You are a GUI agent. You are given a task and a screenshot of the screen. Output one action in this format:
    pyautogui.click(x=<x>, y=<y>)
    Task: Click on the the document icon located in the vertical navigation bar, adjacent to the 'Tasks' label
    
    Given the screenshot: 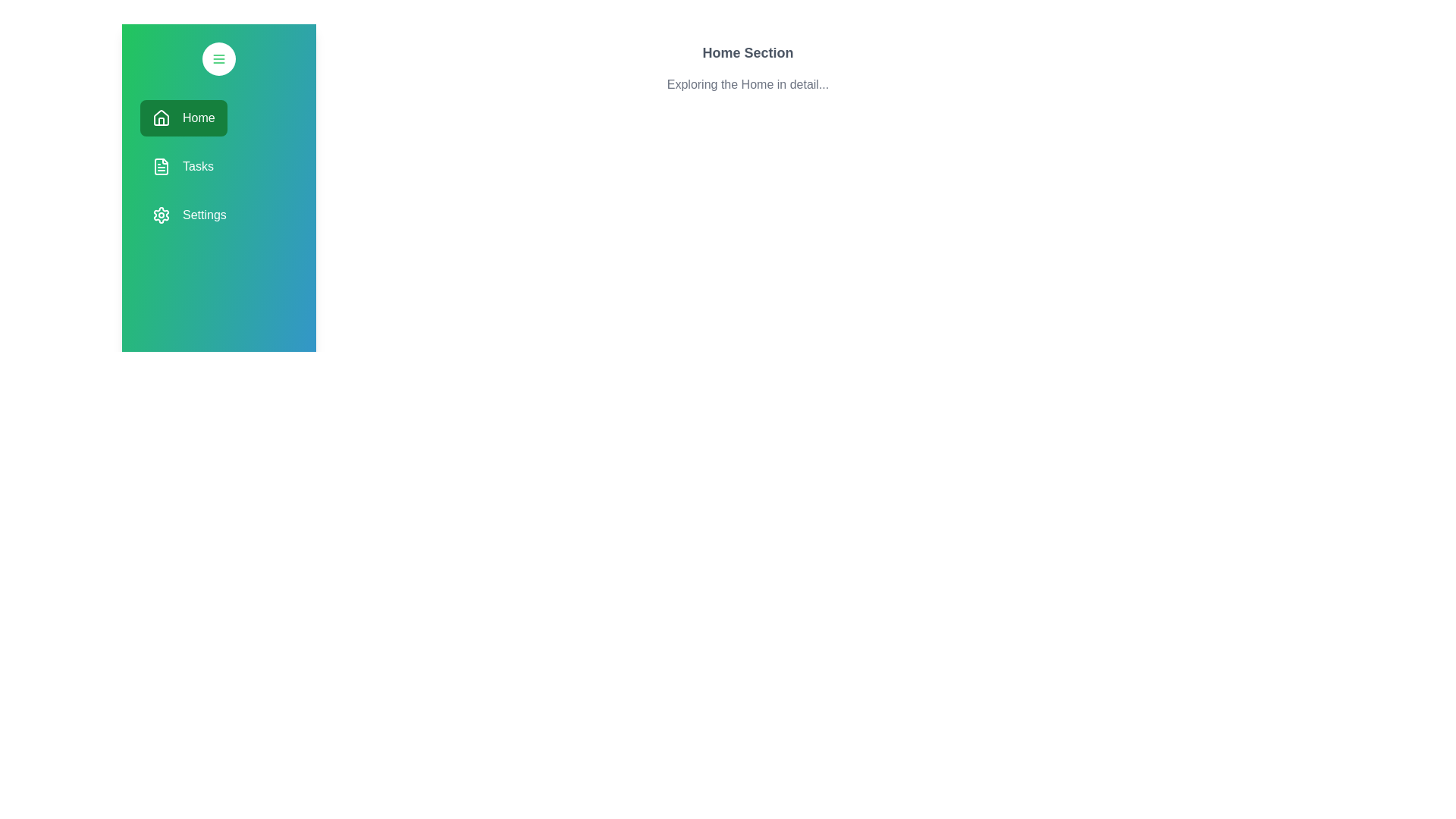 What is the action you would take?
    pyautogui.click(x=161, y=166)
    